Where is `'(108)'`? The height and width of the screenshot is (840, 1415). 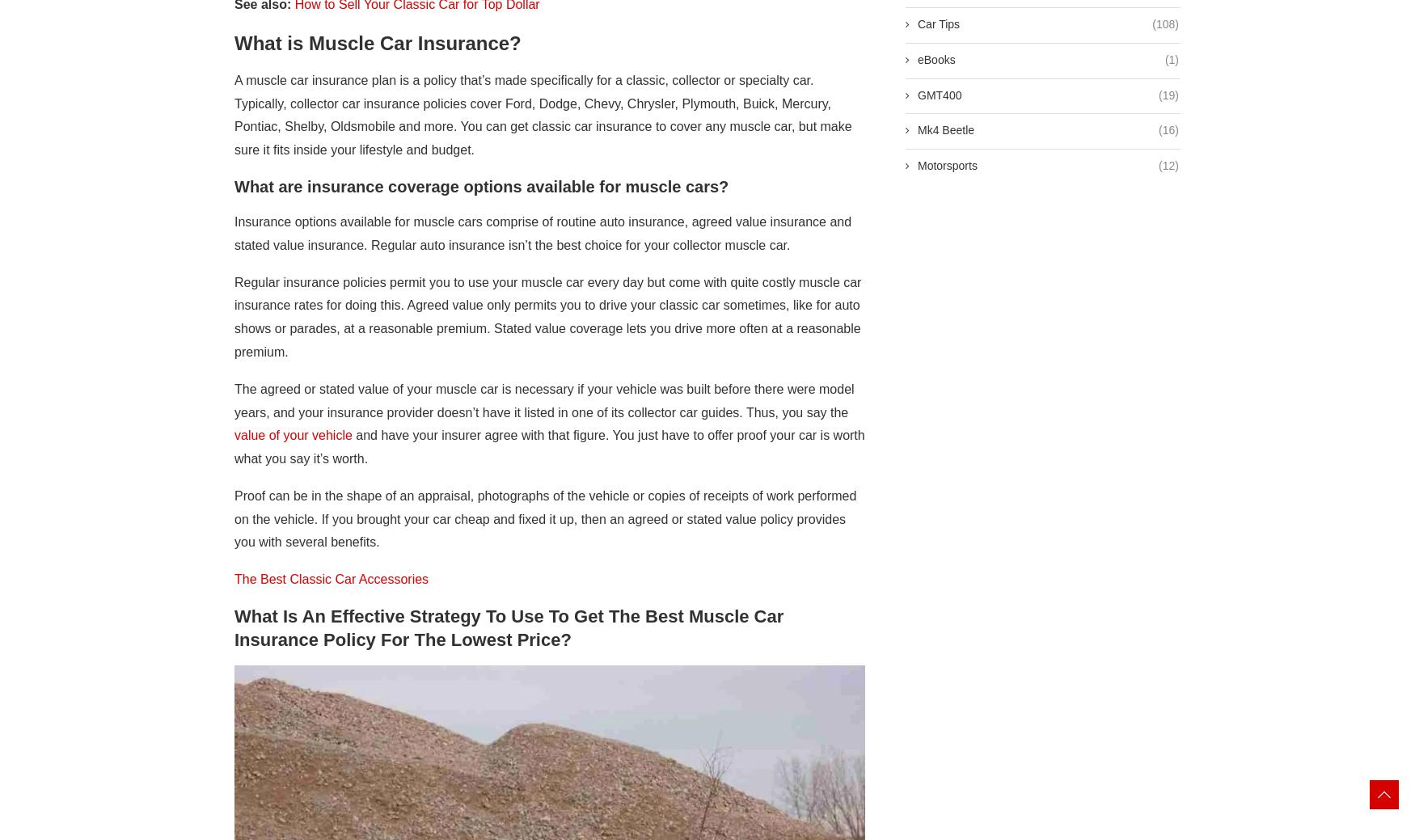
'(108)' is located at coordinates (1165, 23).